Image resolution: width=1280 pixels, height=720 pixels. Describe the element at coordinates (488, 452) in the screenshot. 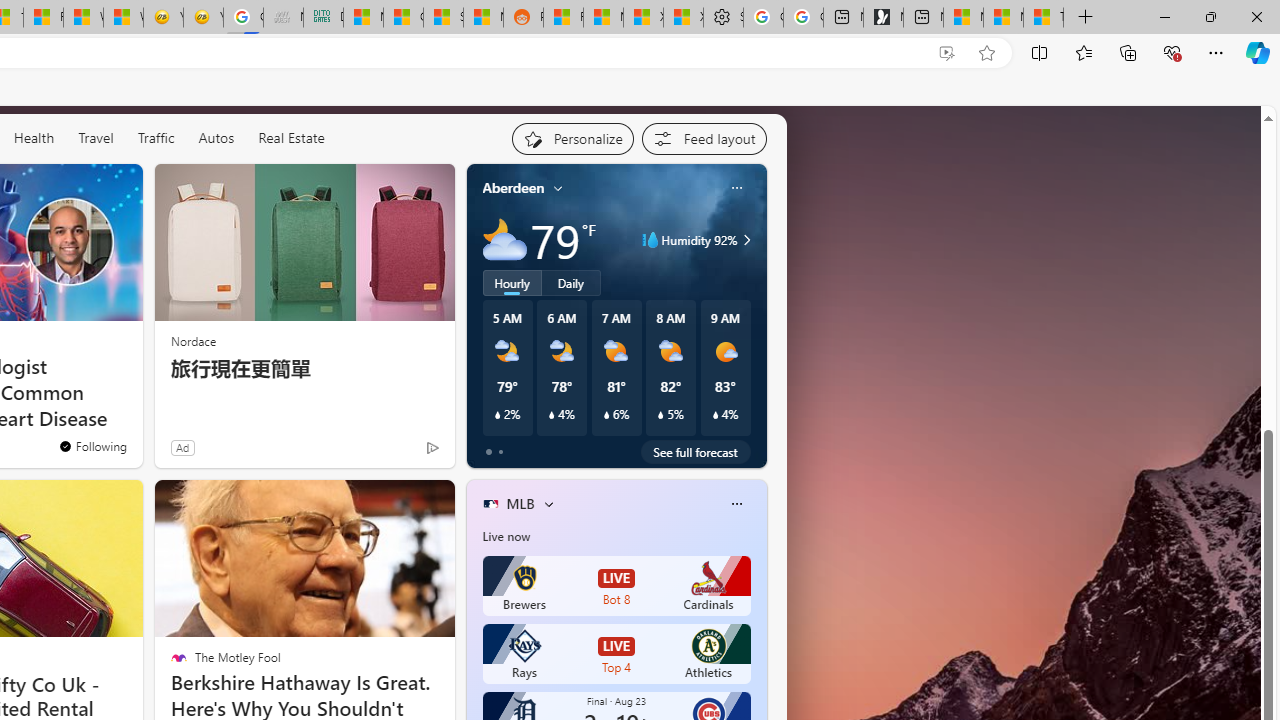

I see `'tab-0'` at that location.